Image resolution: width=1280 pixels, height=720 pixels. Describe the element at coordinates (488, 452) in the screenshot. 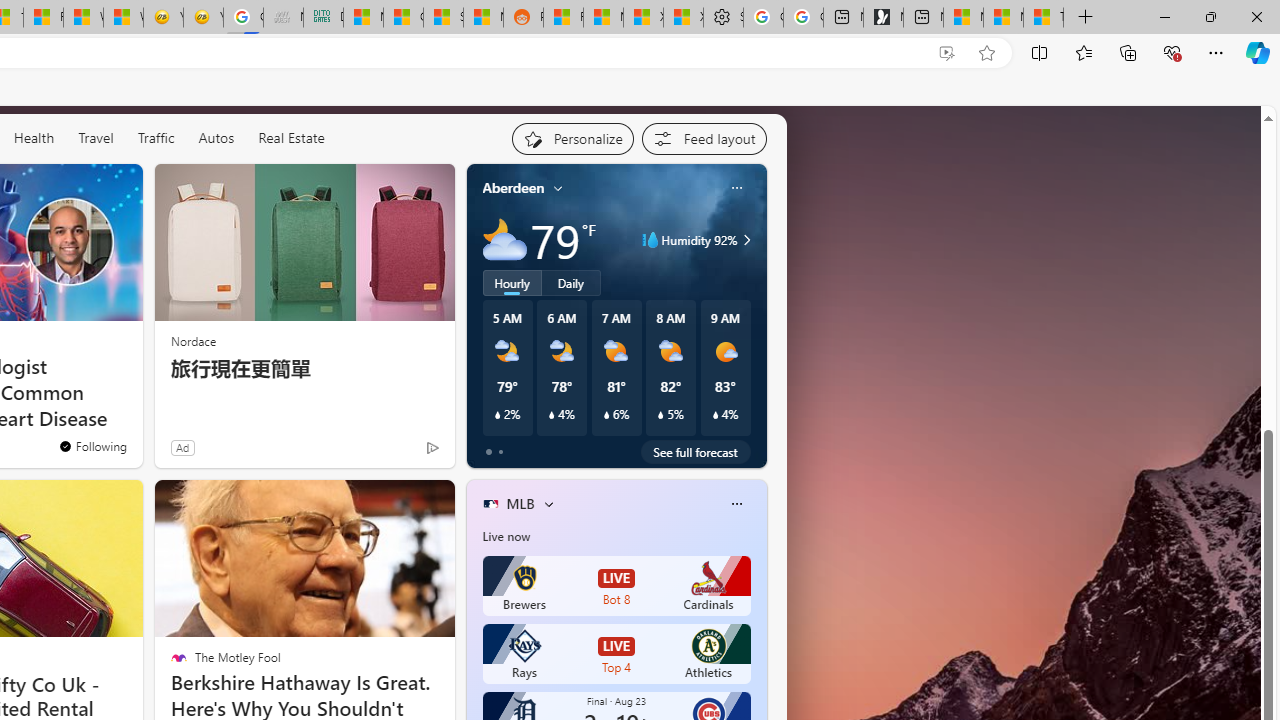

I see `'tab-0'` at that location.